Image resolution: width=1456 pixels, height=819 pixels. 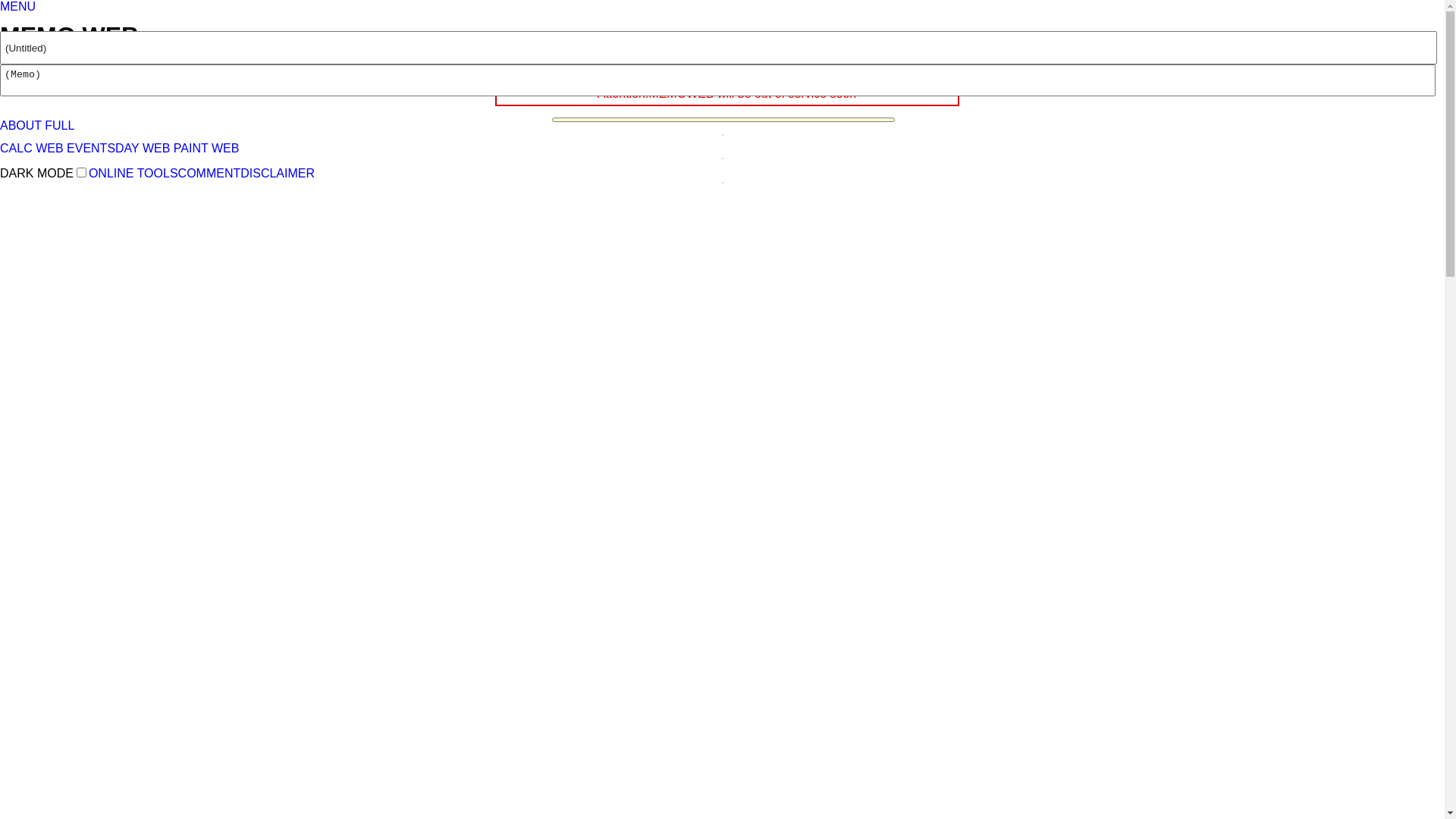 What do you see at coordinates (51, 64) in the screenshot?
I see `'ONLINE TOOLS'` at bounding box center [51, 64].